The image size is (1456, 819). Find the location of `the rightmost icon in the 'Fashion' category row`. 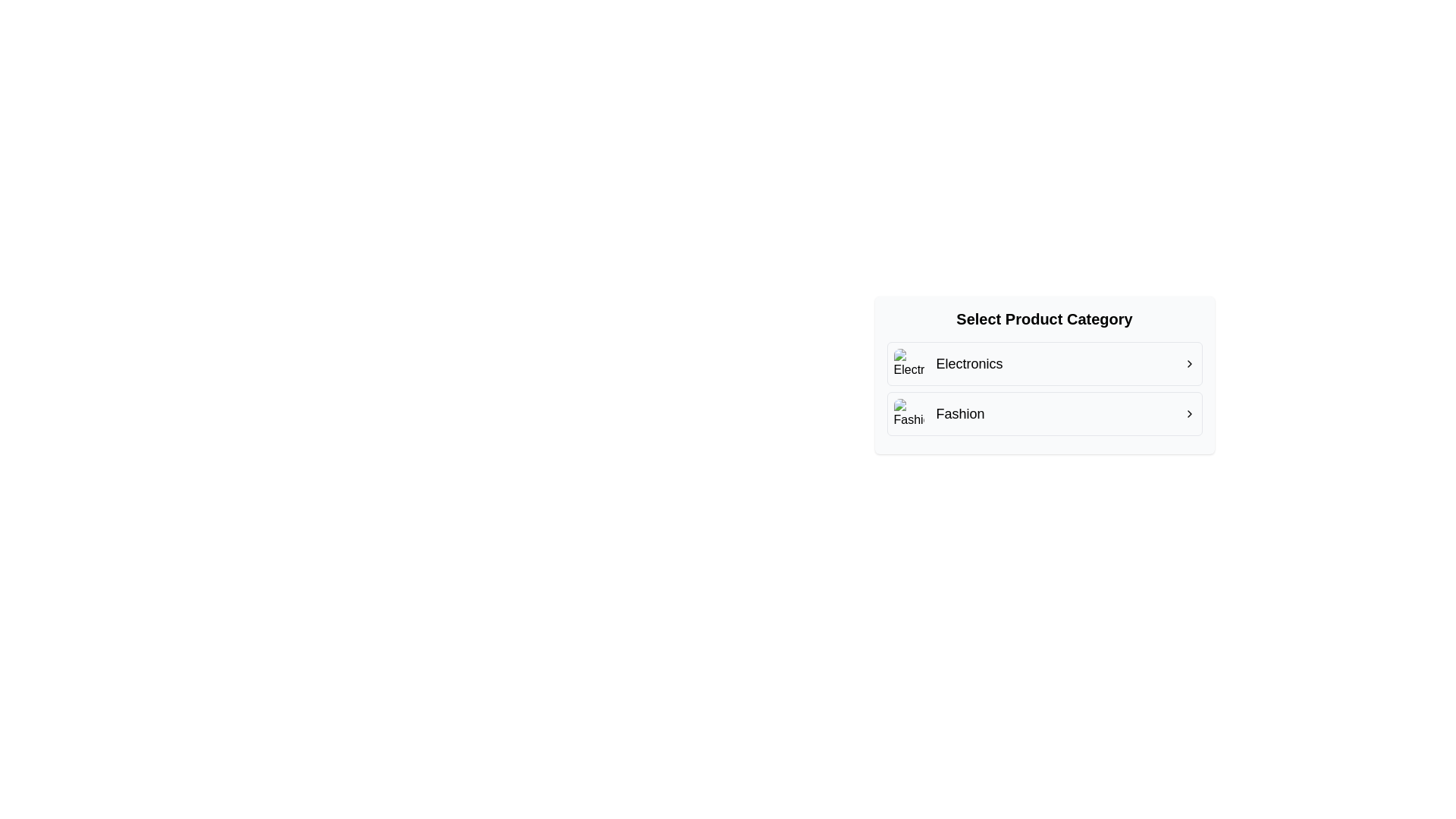

the rightmost icon in the 'Fashion' category row is located at coordinates (1188, 414).